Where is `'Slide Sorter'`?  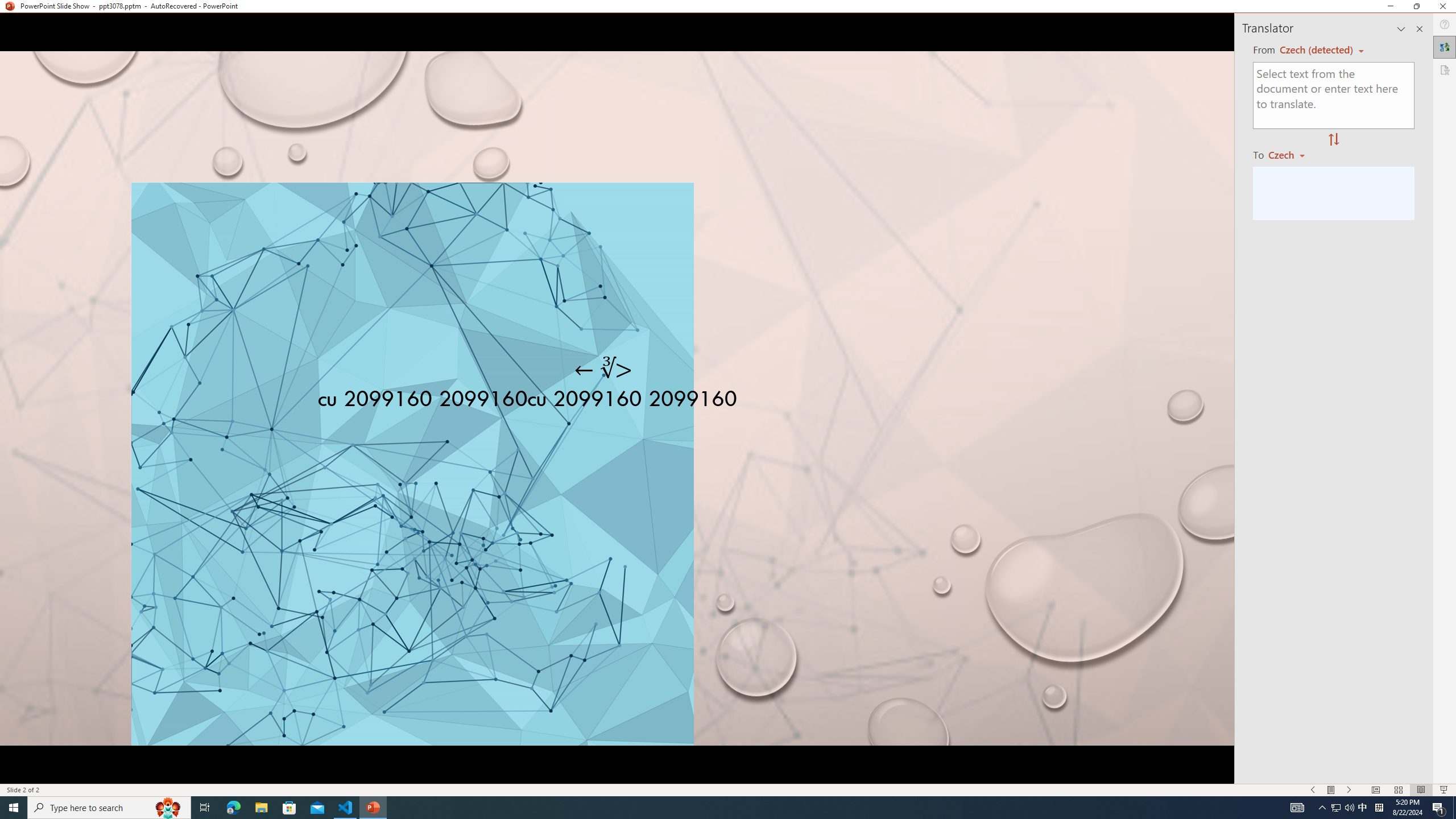 'Slide Sorter' is located at coordinates (1398, 790).